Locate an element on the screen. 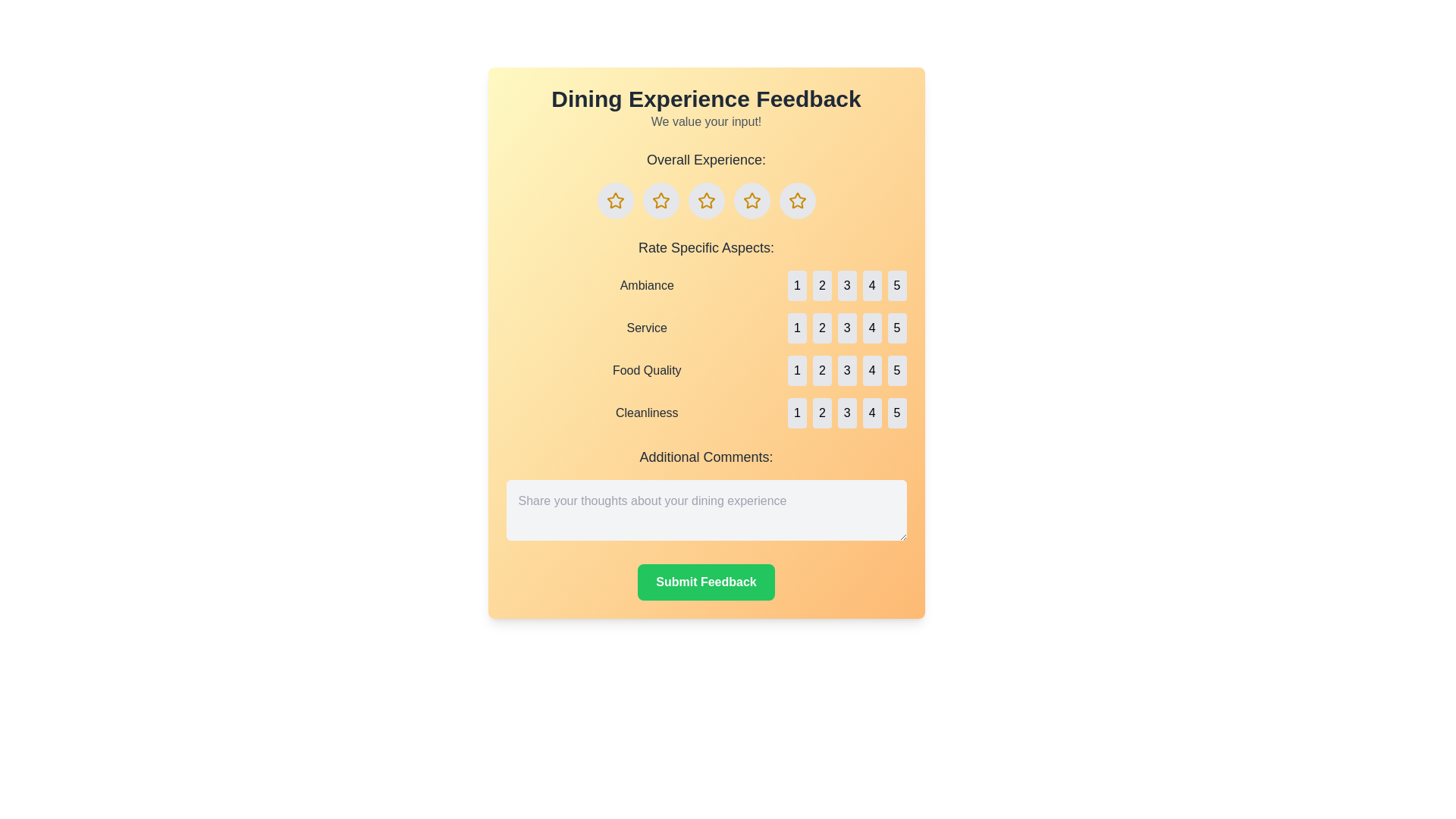 The width and height of the screenshot is (1456, 819). the fifth star button is located at coordinates (796, 200).